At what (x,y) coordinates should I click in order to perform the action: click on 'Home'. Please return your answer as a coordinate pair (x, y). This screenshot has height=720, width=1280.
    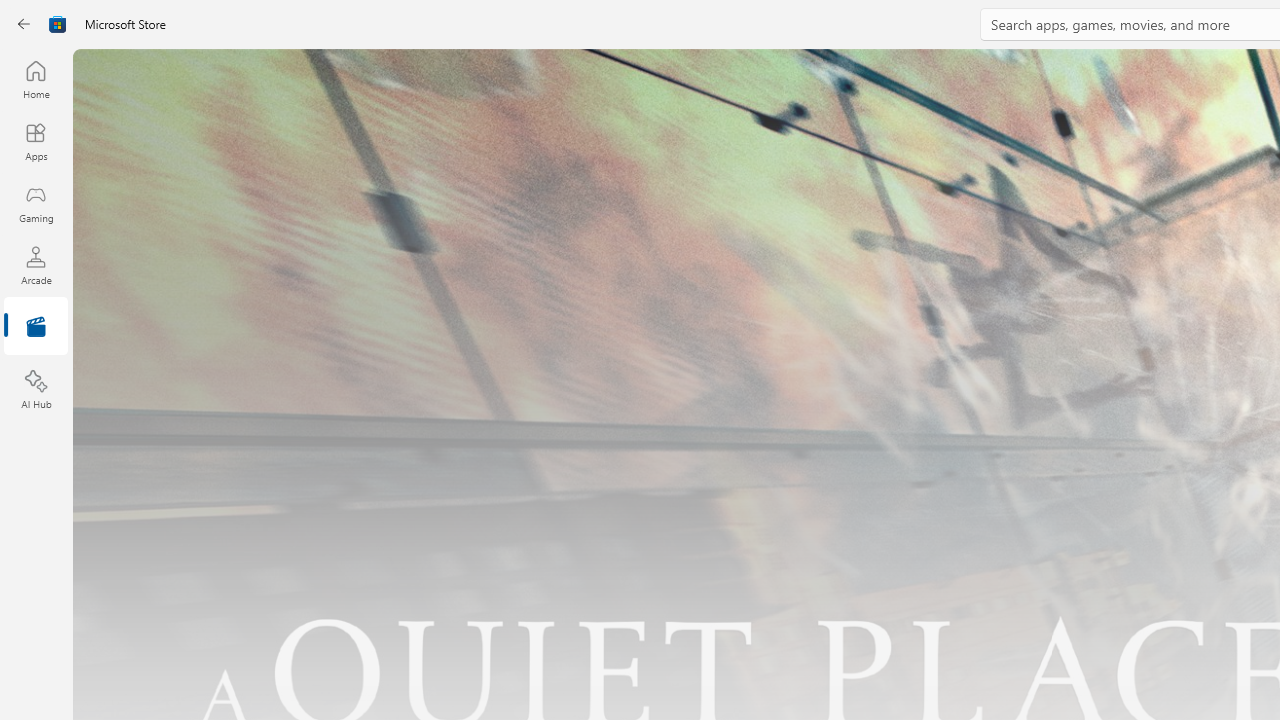
    Looking at the image, I should click on (35, 78).